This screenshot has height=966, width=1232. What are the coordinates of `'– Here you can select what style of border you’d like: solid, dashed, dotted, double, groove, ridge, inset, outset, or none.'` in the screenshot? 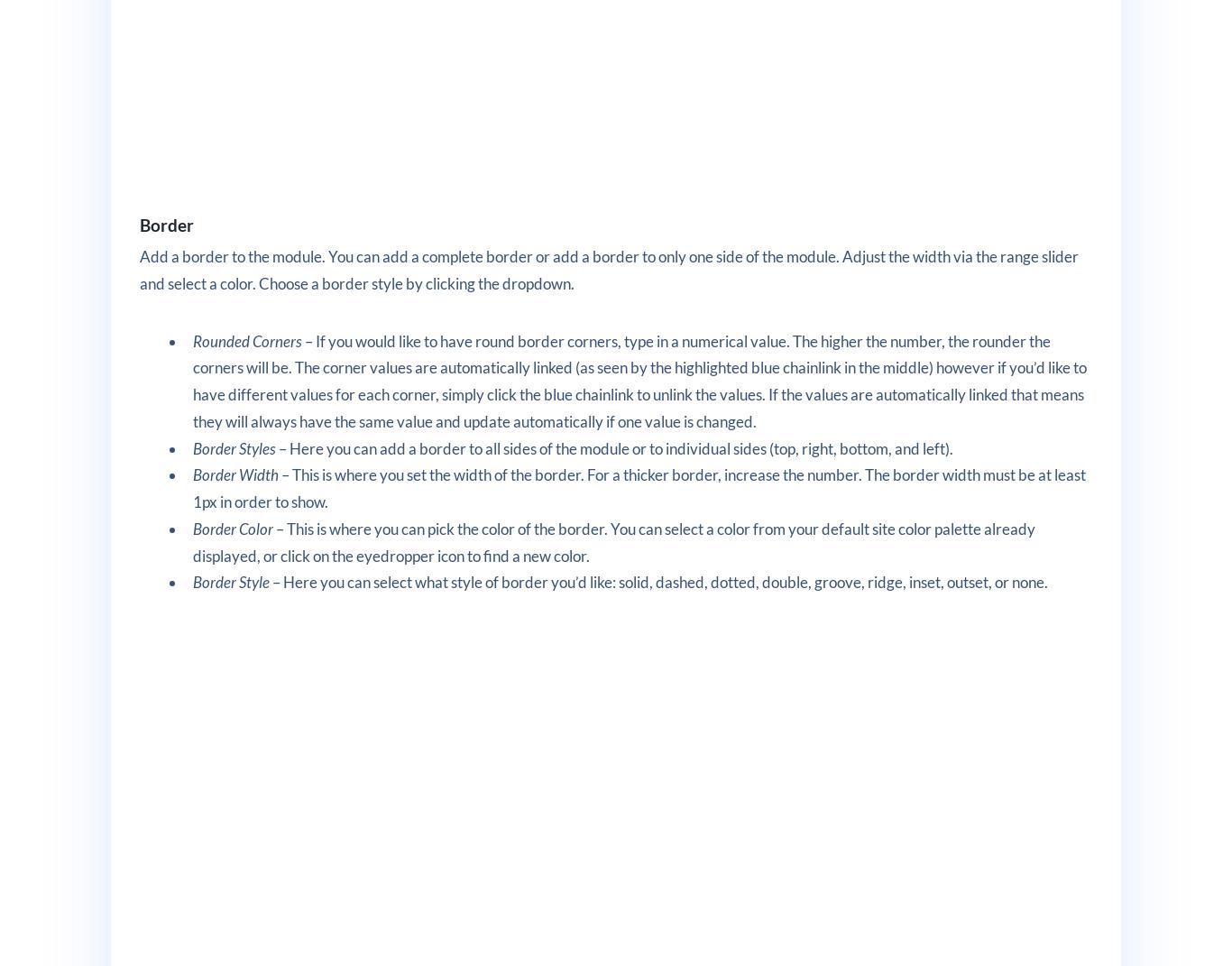 It's located at (658, 581).